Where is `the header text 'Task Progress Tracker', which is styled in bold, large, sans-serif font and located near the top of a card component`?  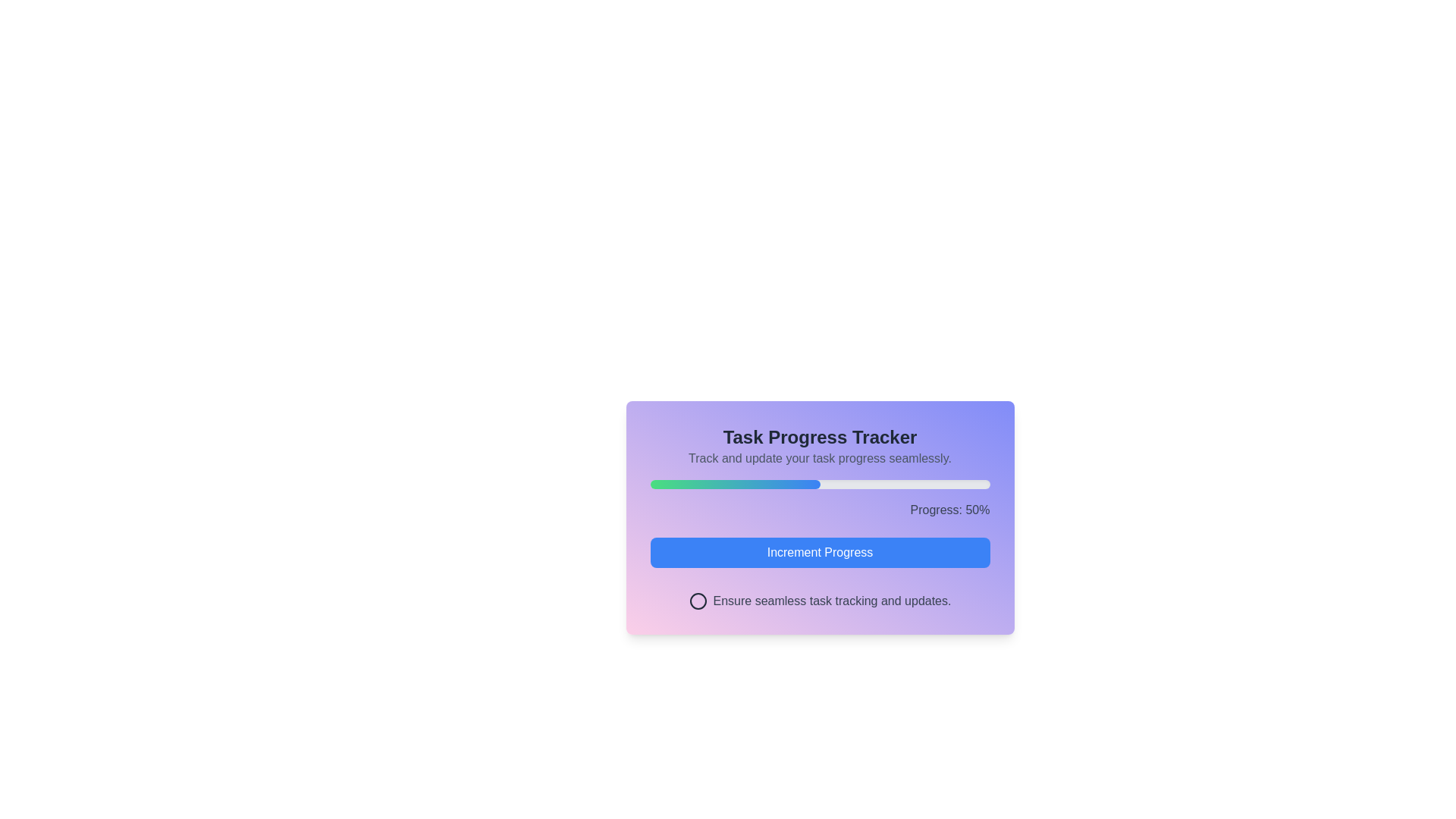
the header text 'Task Progress Tracker', which is styled in bold, large, sans-serif font and located near the top of a card component is located at coordinates (819, 438).